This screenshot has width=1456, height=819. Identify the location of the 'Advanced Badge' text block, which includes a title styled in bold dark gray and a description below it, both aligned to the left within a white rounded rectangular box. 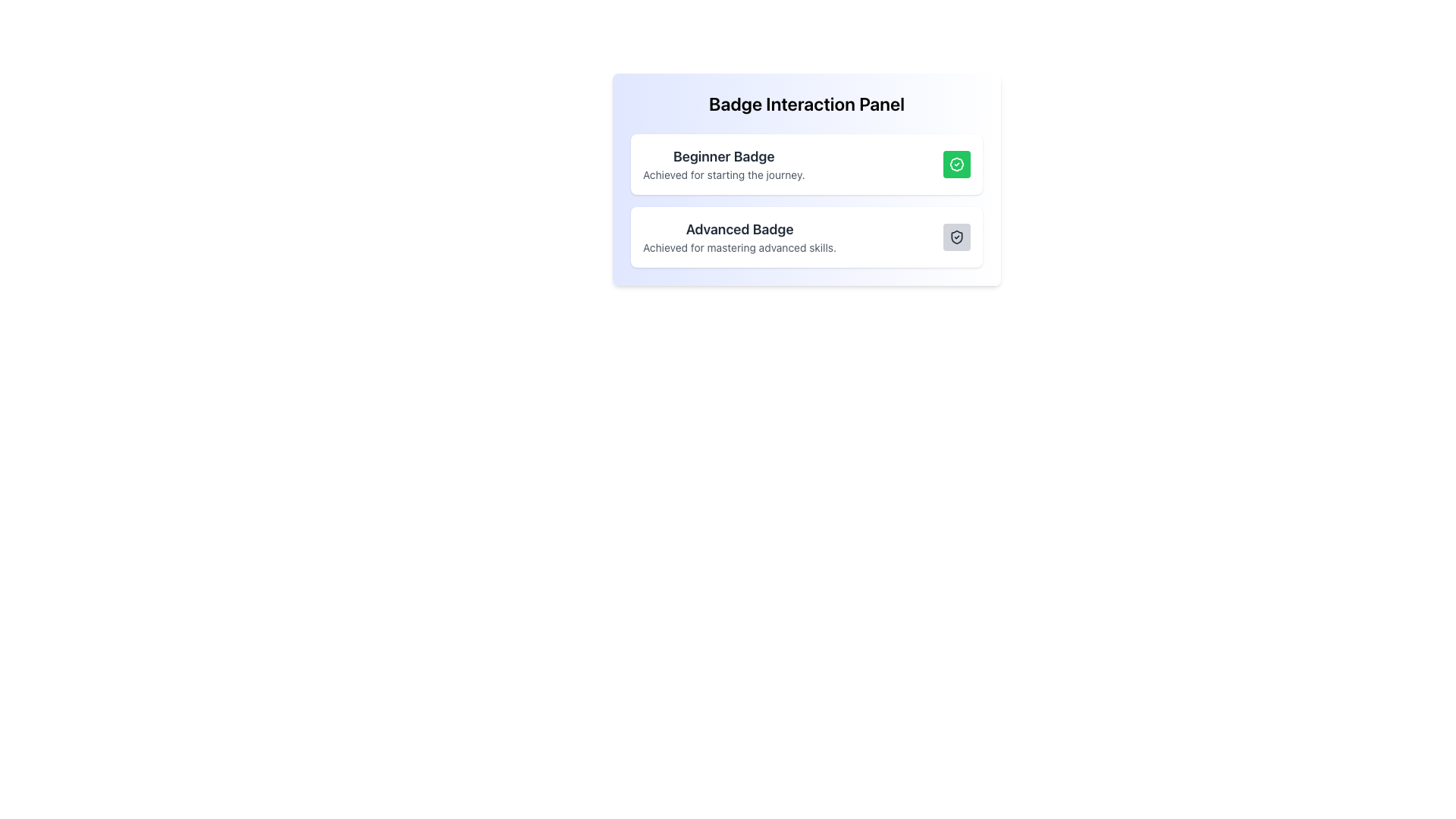
(739, 237).